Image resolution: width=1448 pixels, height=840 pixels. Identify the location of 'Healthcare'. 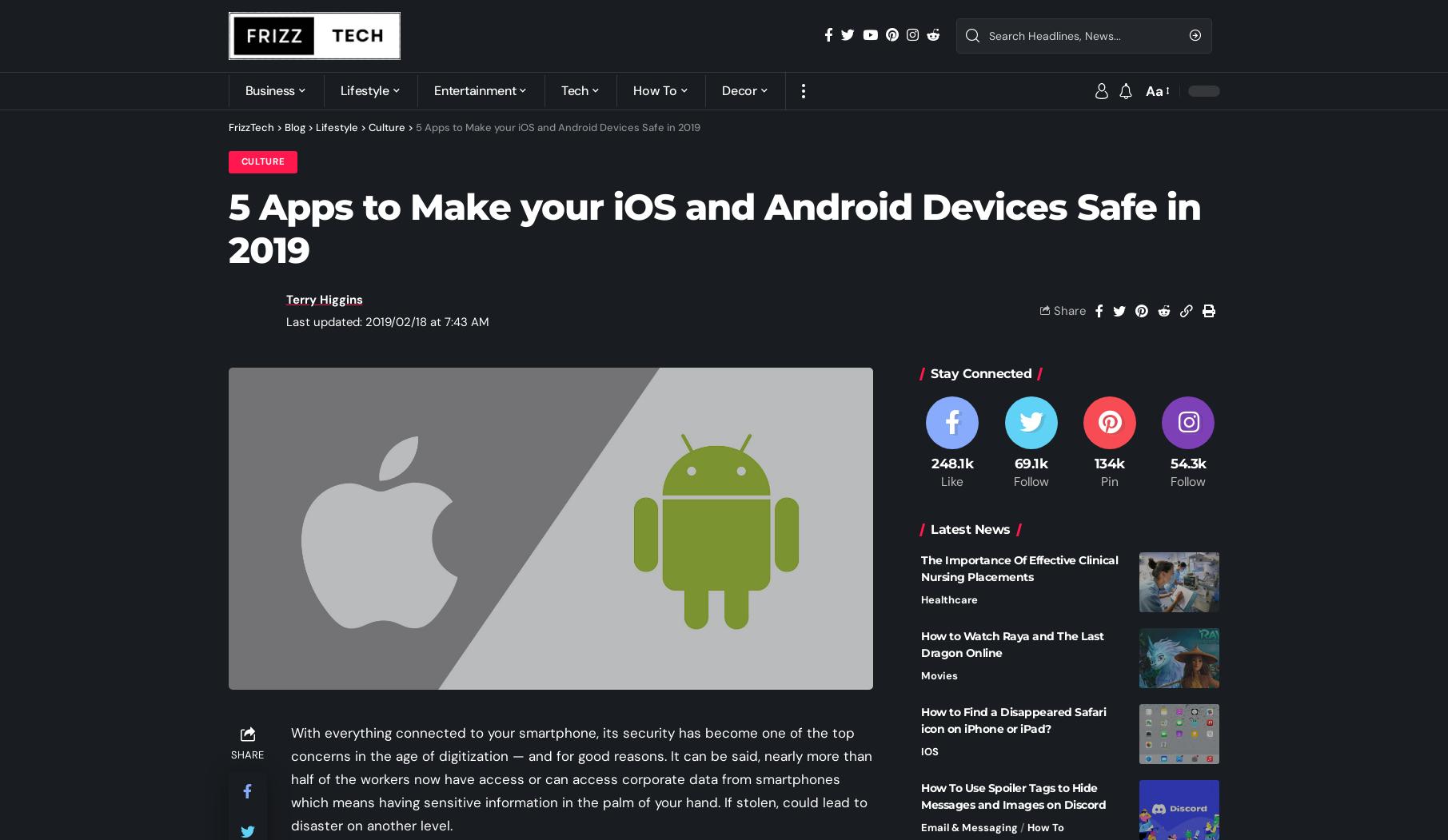
(948, 599).